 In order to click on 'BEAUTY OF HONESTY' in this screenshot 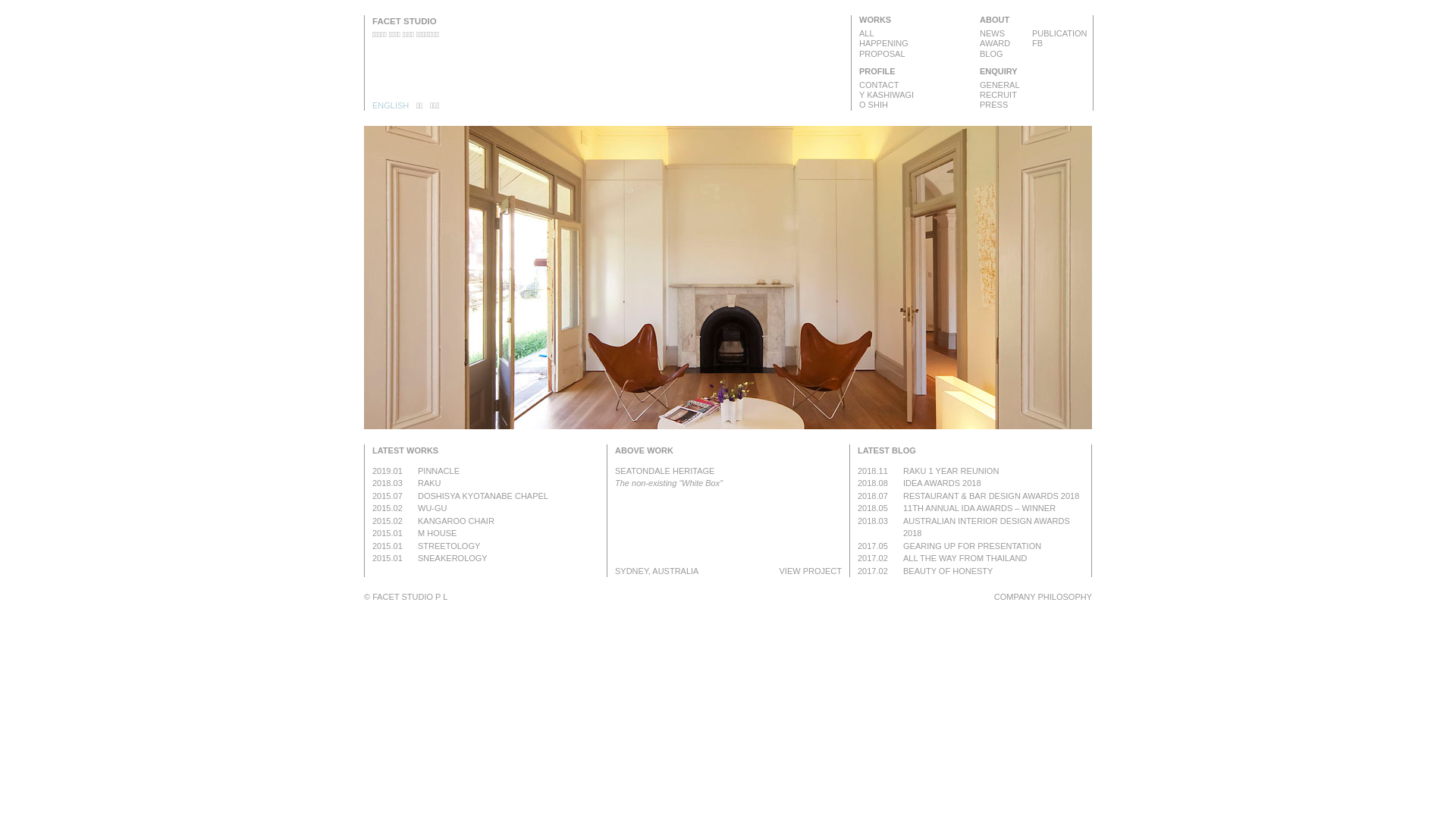, I will do `click(993, 570)`.